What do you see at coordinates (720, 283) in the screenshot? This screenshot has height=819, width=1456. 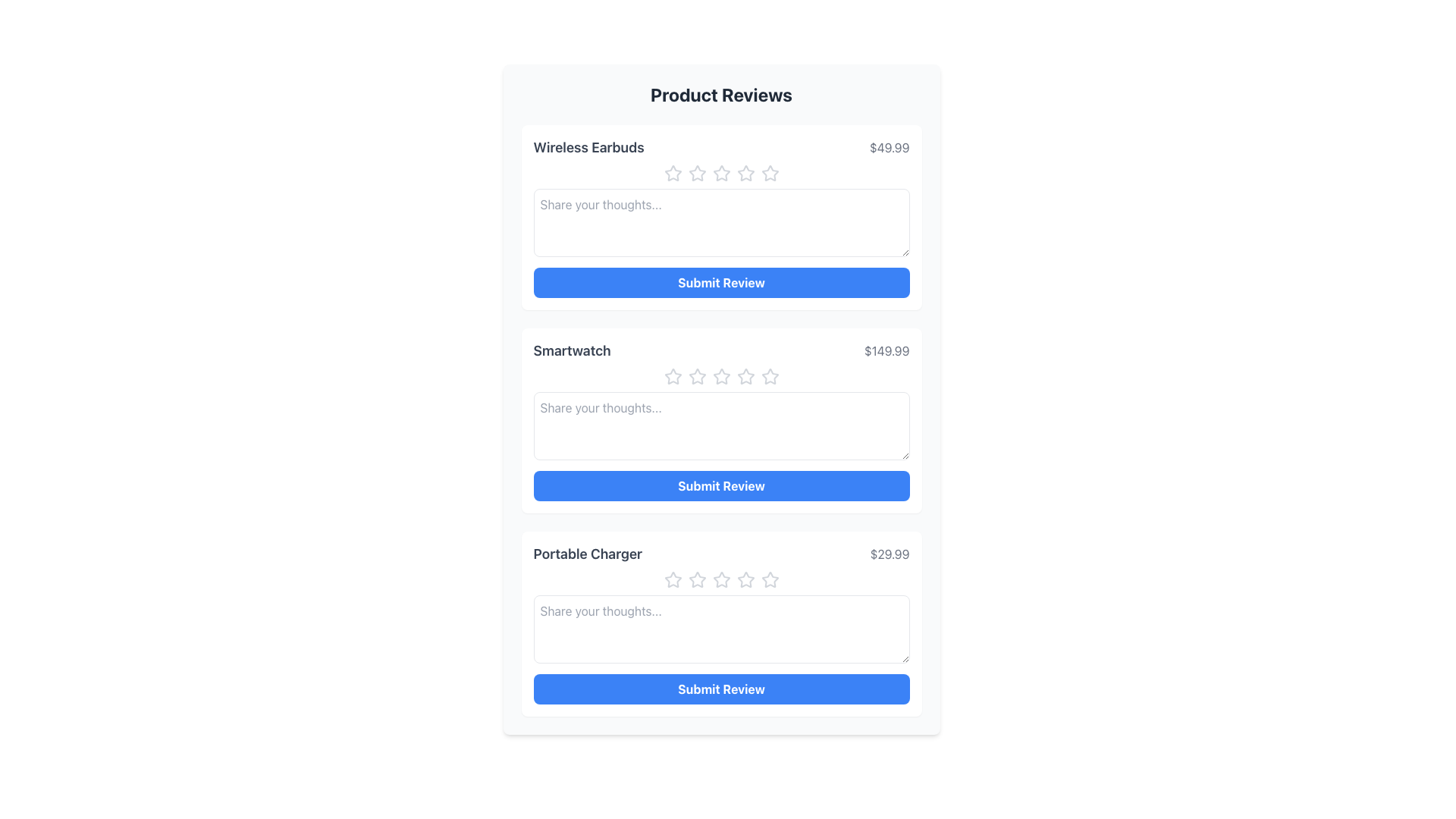 I see `the submission button for the product review of 'Wireless Earbuds' priced at $49.99` at bounding box center [720, 283].